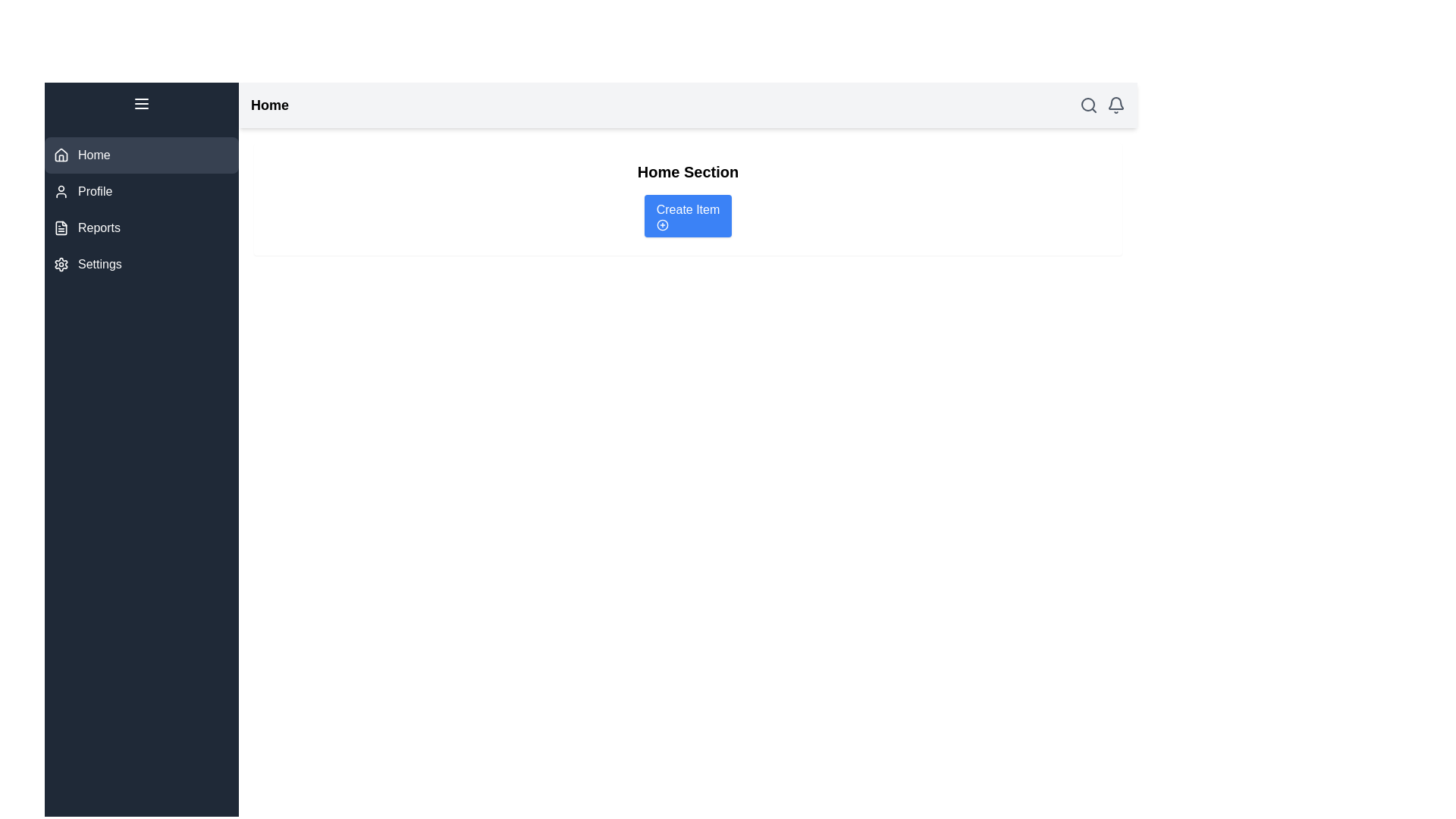  Describe the element at coordinates (99, 263) in the screenshot. I see `the 'Settings' text label located at the bottom of the sidebar navigation menu, styled with white text on a dark background, directly below the 'Reports' menu item` at that location.